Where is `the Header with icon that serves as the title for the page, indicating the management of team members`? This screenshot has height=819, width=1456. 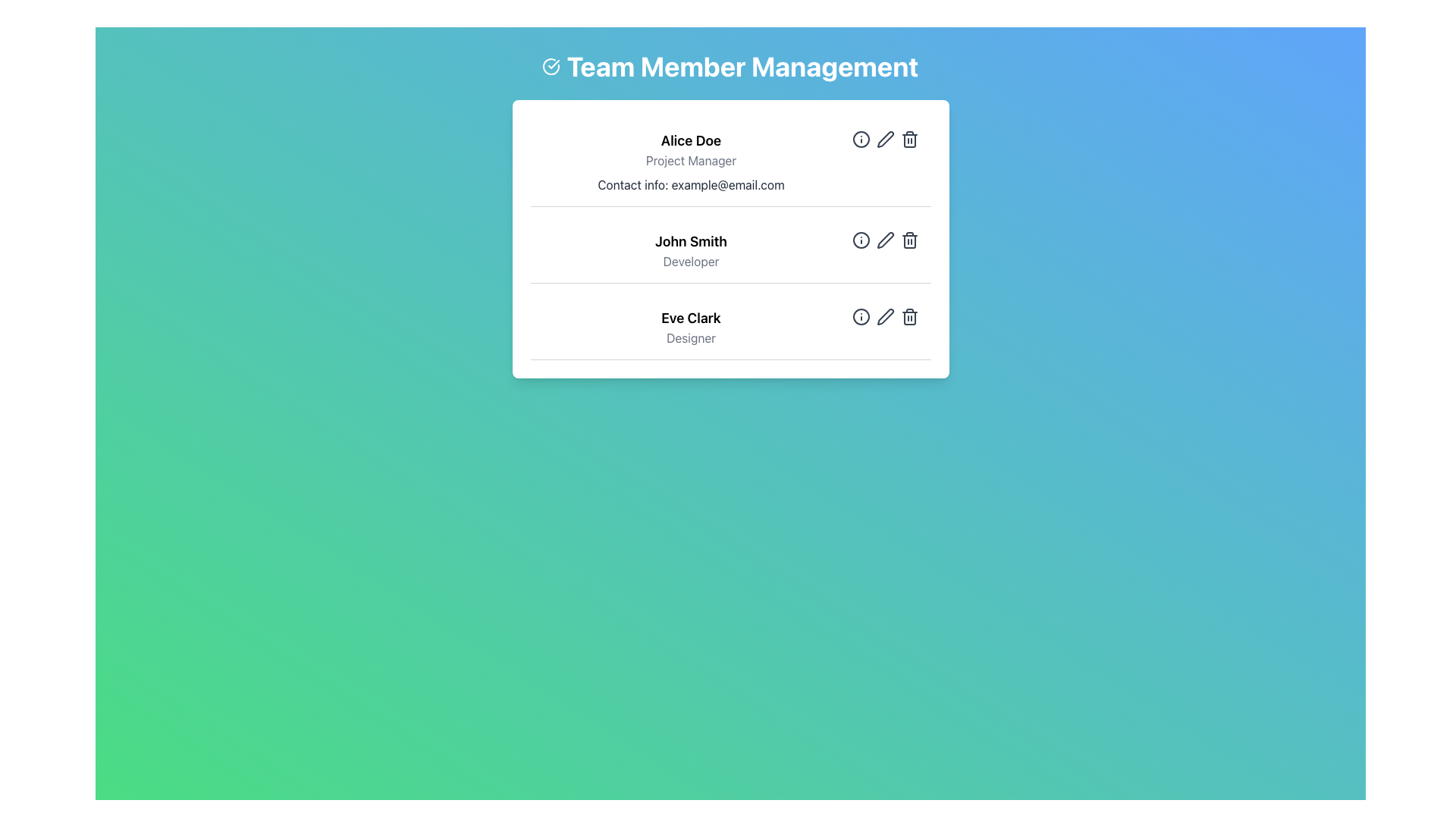
the Header with icon that serves as the title for the page, indicating the management of team members is located at coordinates (730, 66).